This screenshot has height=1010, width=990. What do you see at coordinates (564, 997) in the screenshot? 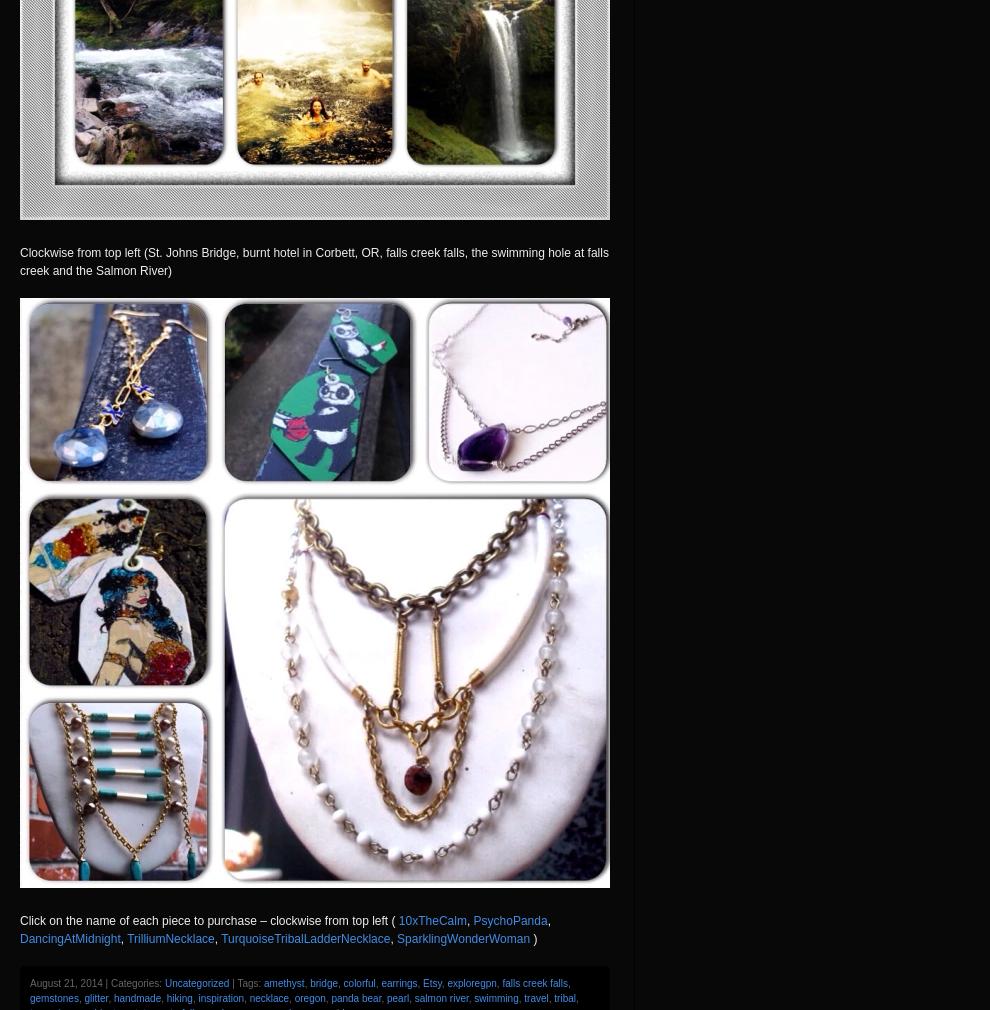
I see `'tribal'` at bounding box center [564, 997].